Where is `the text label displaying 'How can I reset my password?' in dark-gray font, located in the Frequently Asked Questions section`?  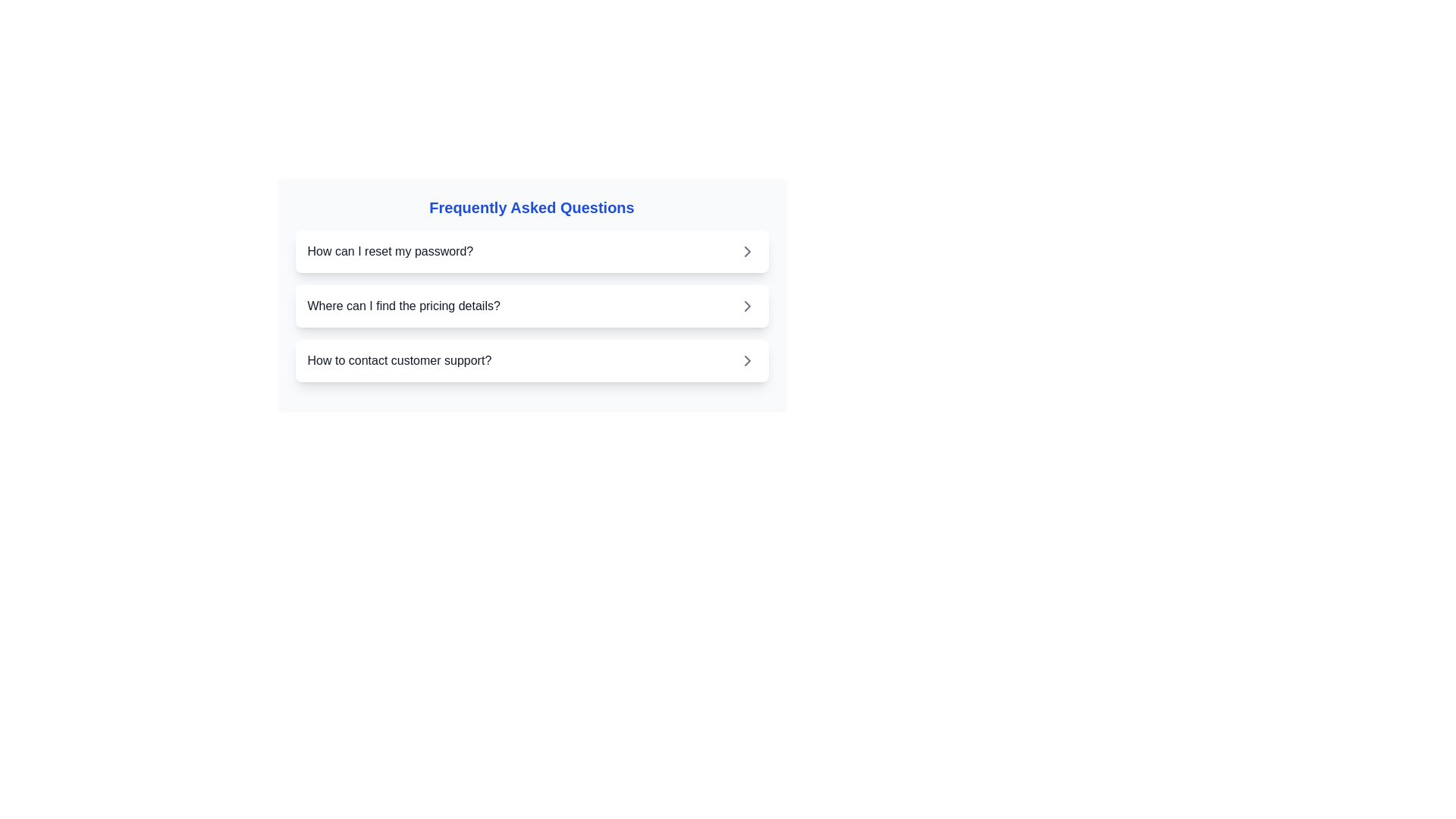
the text label displaying 'How can I reset my password?' in dark-gray font, located in the Frequently Asked Questions section is located at coordinates (390, 250).